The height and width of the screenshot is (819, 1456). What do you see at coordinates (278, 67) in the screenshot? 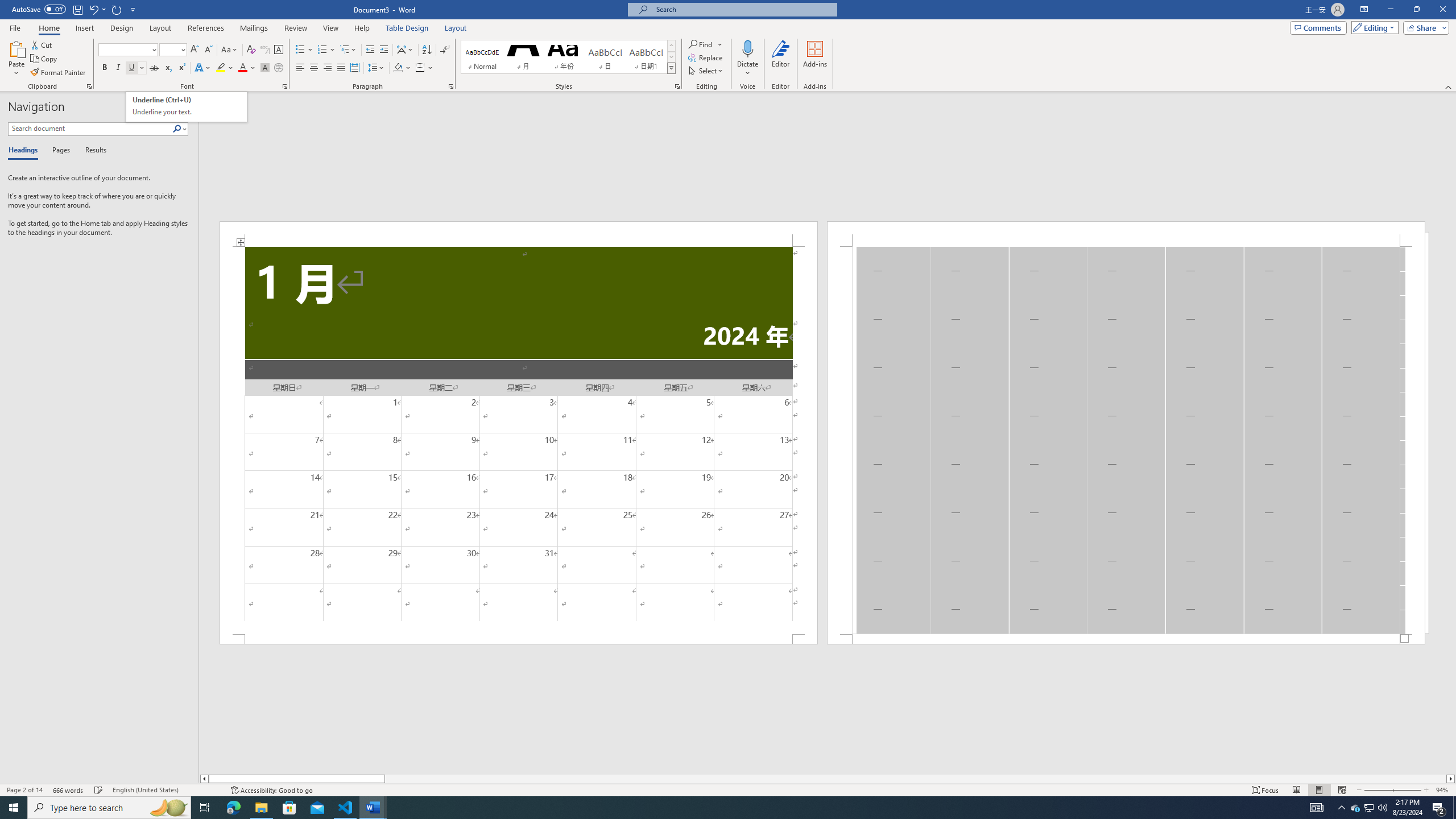
I see `'Enclose Characters...'` at bounding box center [278, 67].